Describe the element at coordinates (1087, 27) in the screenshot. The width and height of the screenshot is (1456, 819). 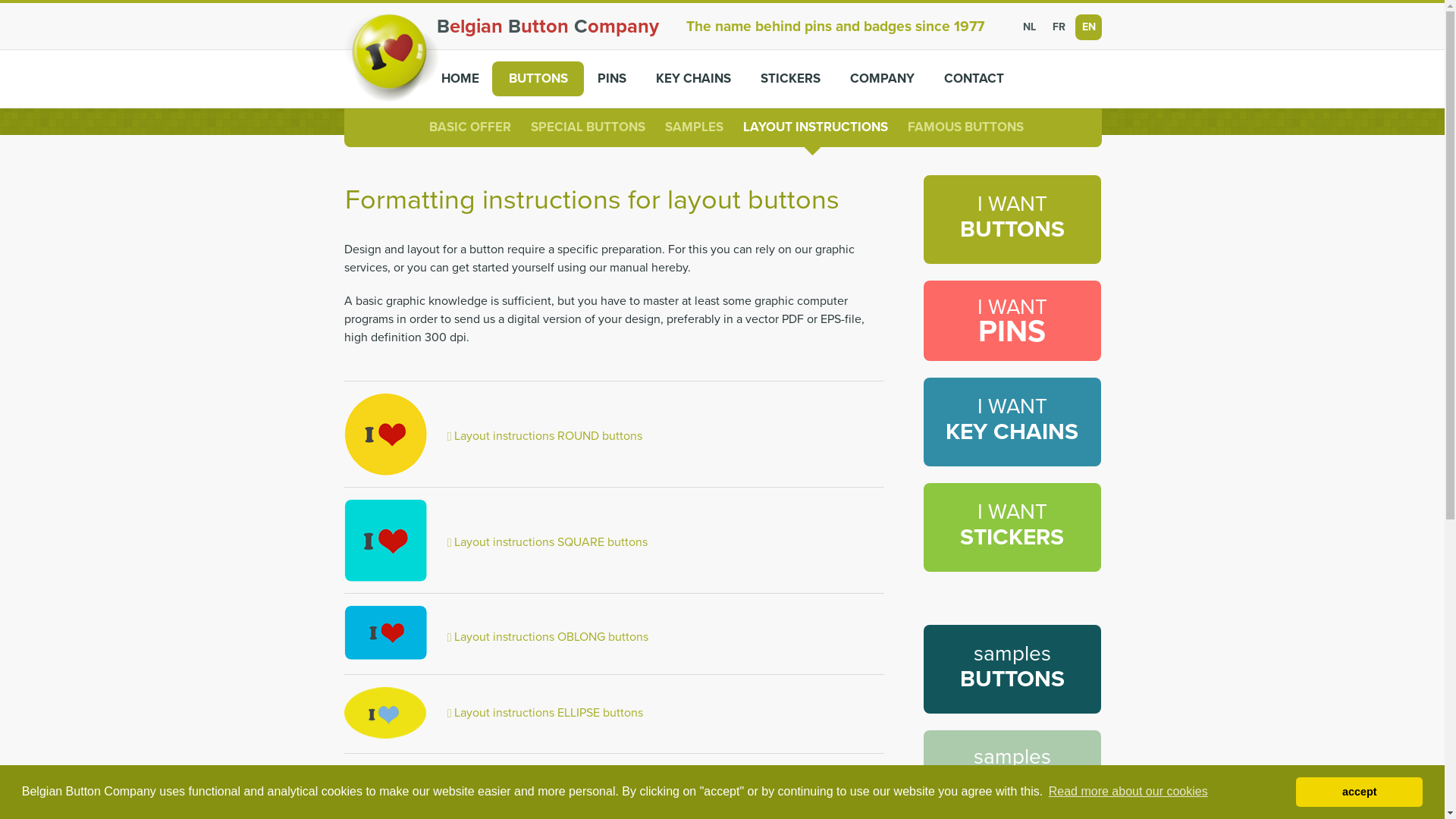
I see `'EN'` at that location.